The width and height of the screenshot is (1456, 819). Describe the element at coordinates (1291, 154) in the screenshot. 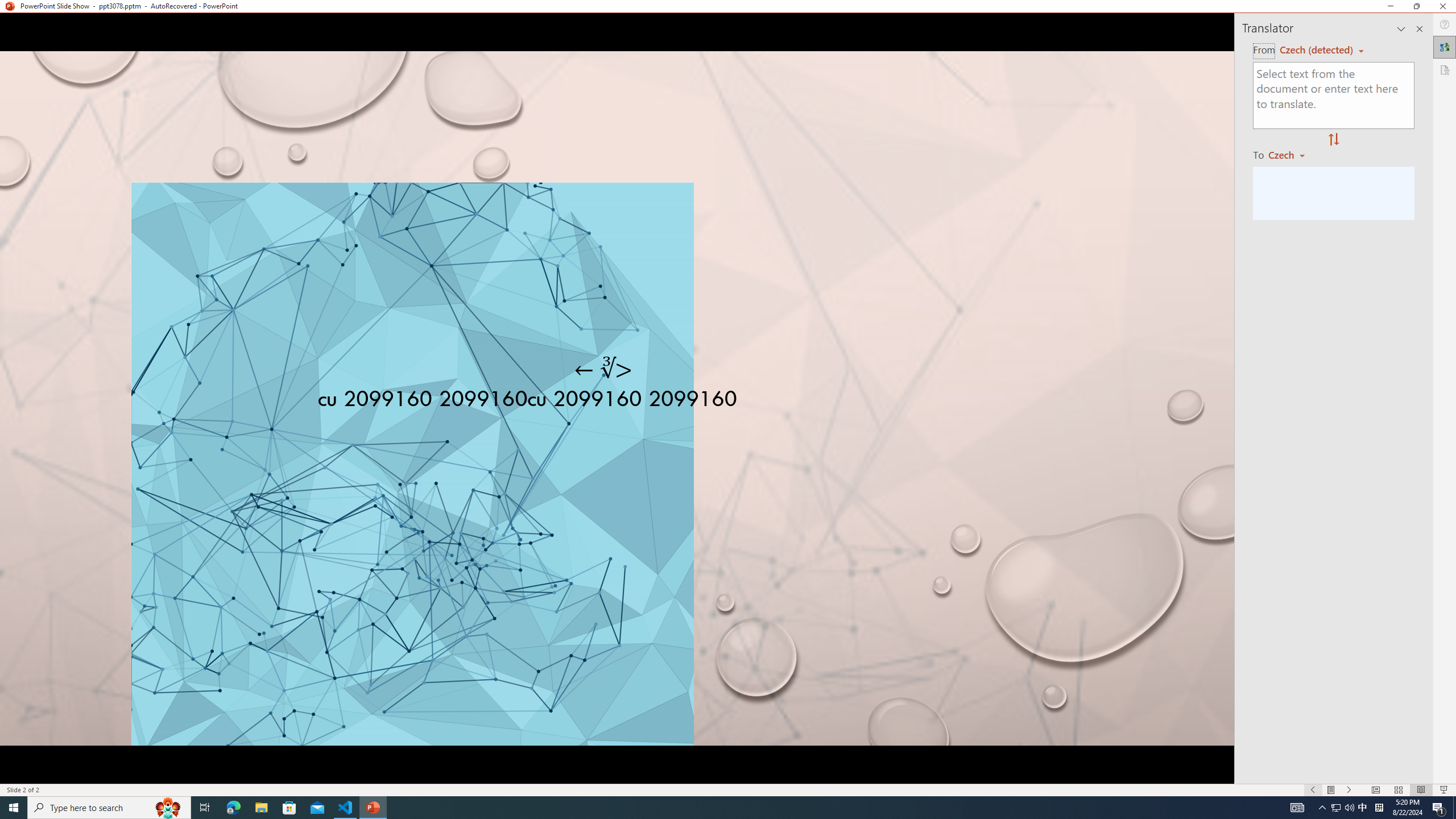

I see `'Czech'` at that location.